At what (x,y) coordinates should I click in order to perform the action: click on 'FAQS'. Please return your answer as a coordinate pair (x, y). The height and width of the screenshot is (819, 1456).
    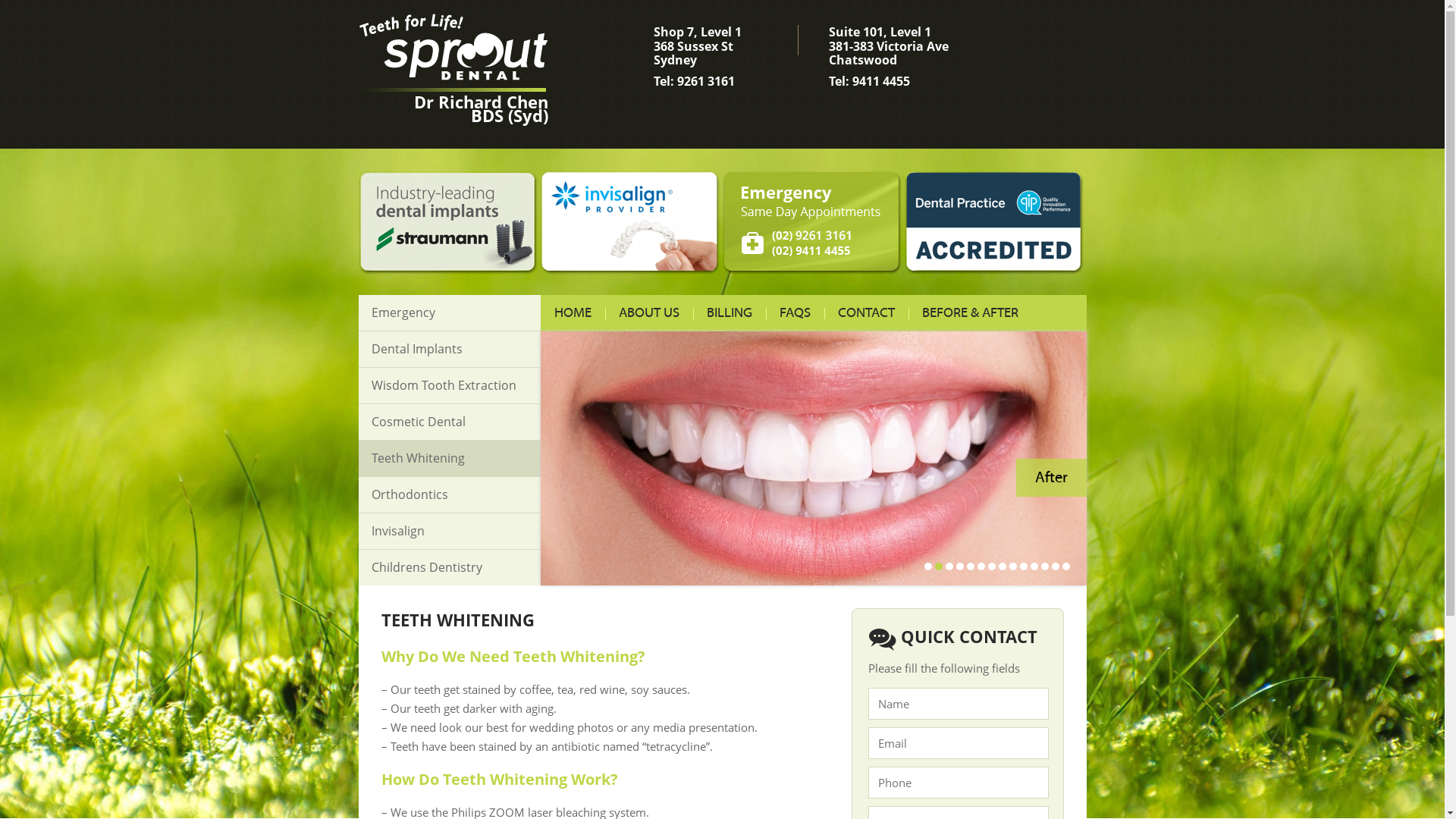
    Looking at the image, I should click on (794, 312).